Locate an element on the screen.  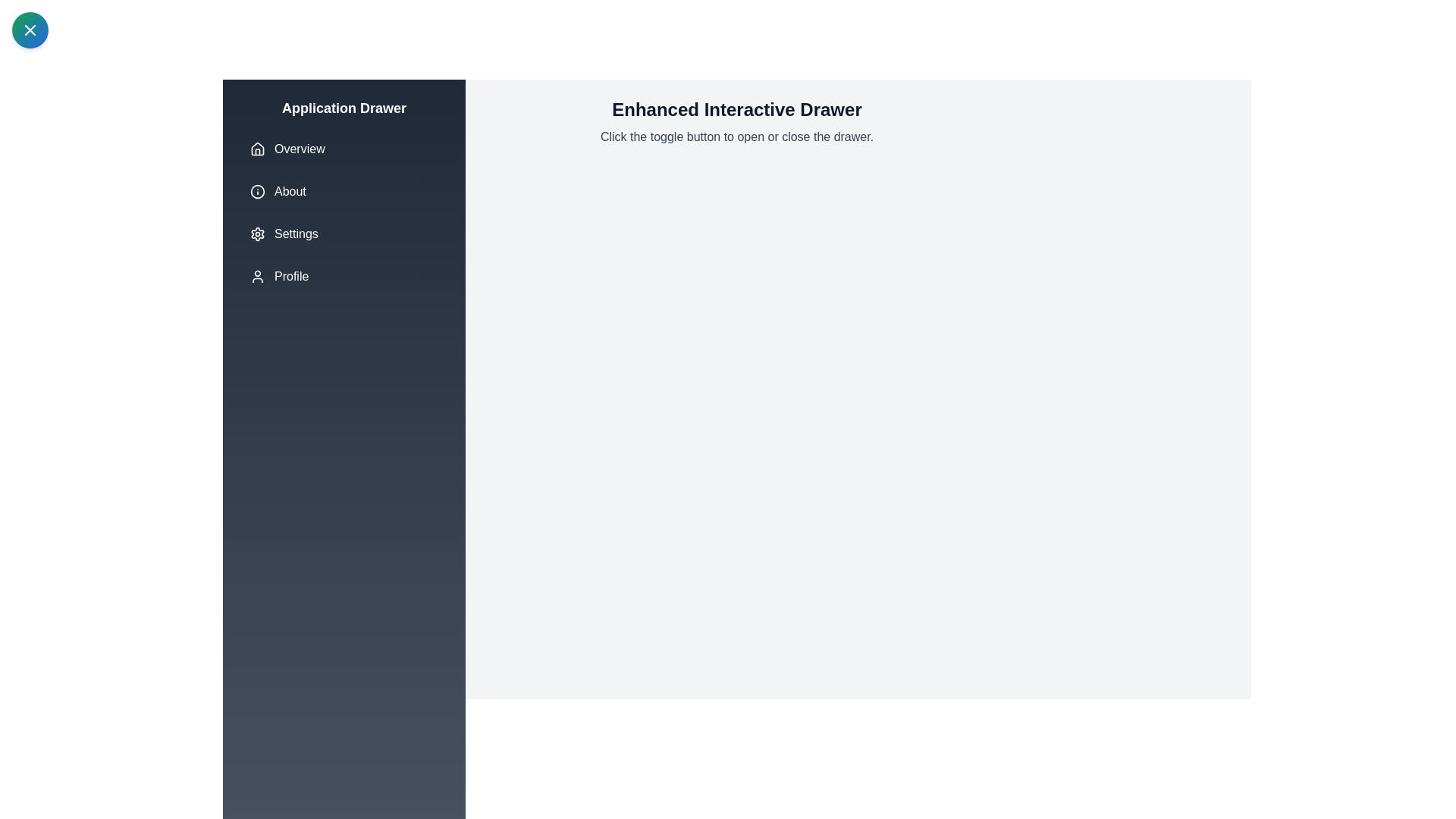
the icon associated with the menu item Settings is located at coordinates (258, 234).